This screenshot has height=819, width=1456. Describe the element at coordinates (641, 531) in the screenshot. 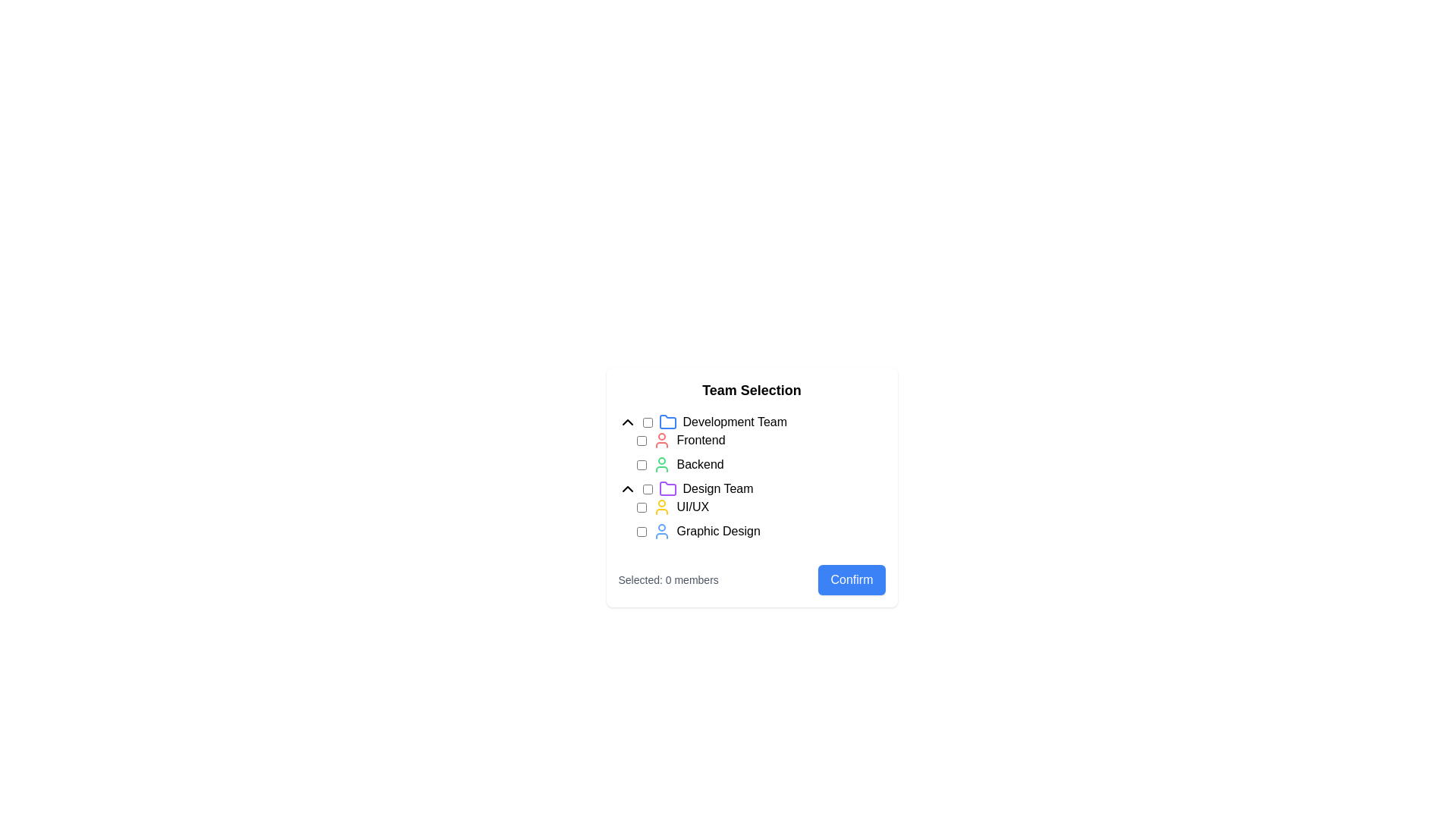

I see `the checkbox` at that location.